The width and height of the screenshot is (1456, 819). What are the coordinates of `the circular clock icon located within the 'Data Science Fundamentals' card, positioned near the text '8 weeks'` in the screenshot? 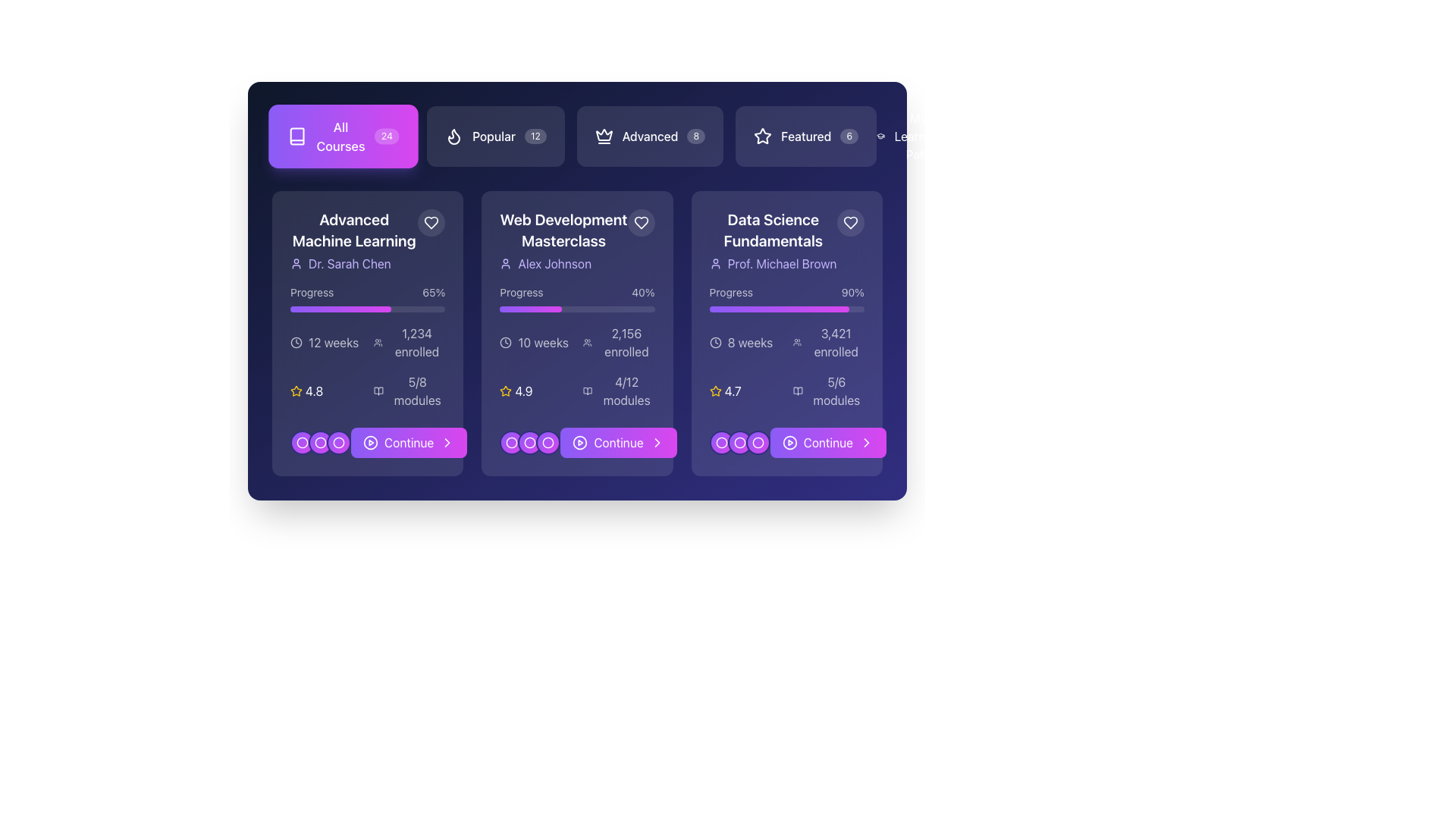 It's located at (714, 342).